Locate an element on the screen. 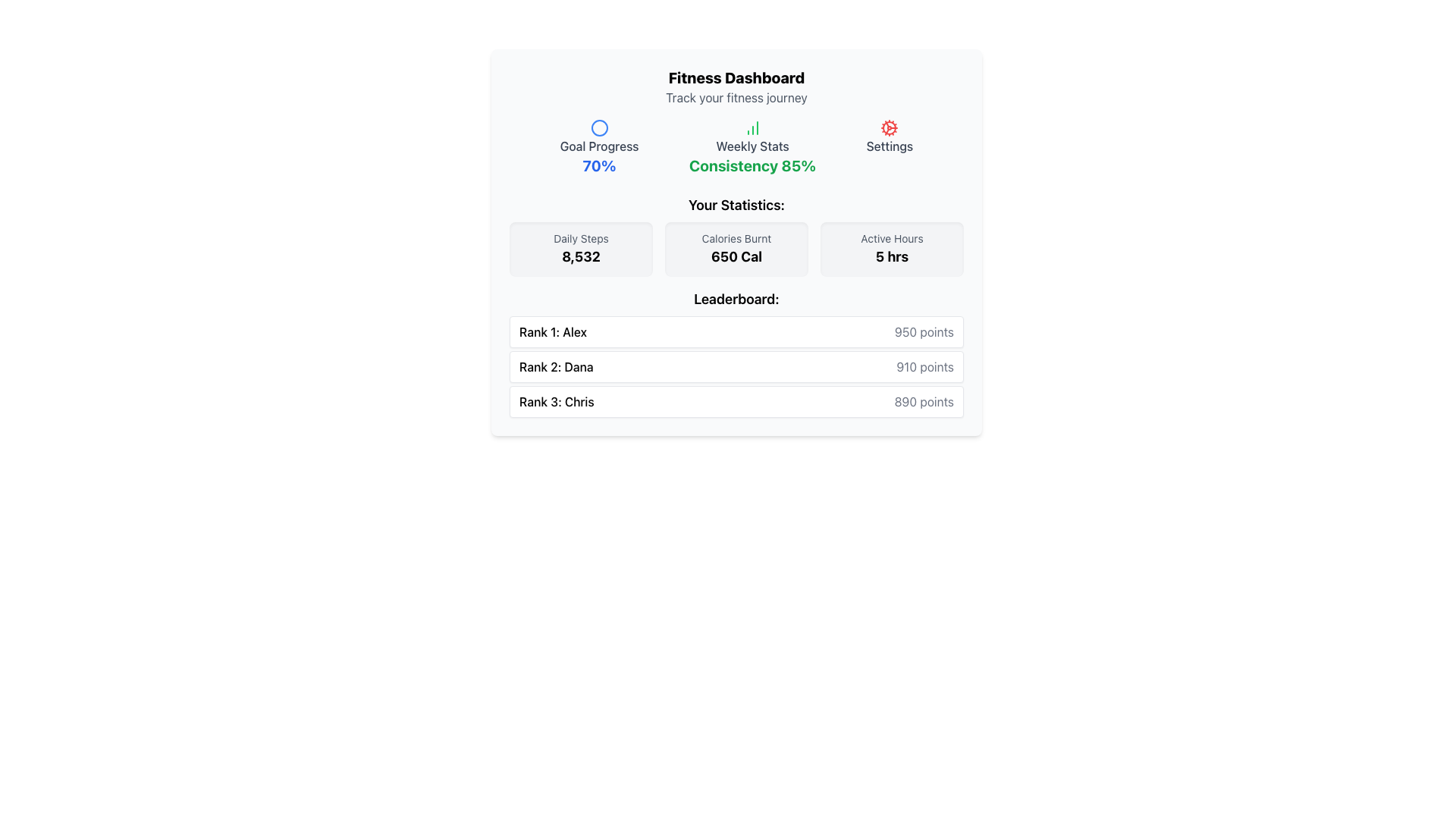 The image size is (1456, 819). the 'Daily Steps' text label, which is styled in gray and located in the upper section of a rounded rectangular card within the 'Your Statistics' section of the 'Fitness Dashboard' is located at coordinates (580, 239).